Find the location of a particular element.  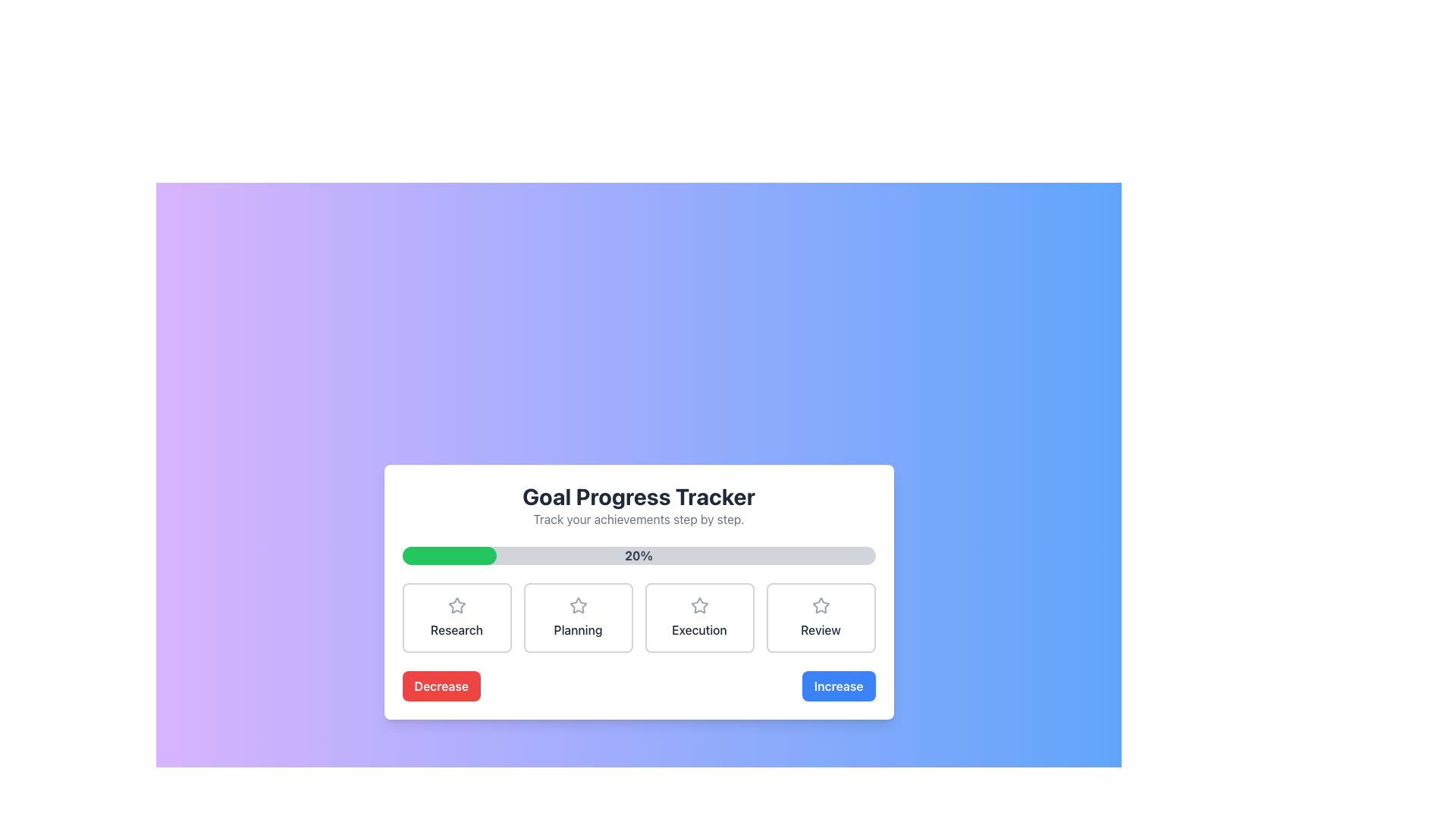

the state of the star icon in the second card labeled 'Planning' to check for any changes upon interaction is located at coordinates (577, 604).